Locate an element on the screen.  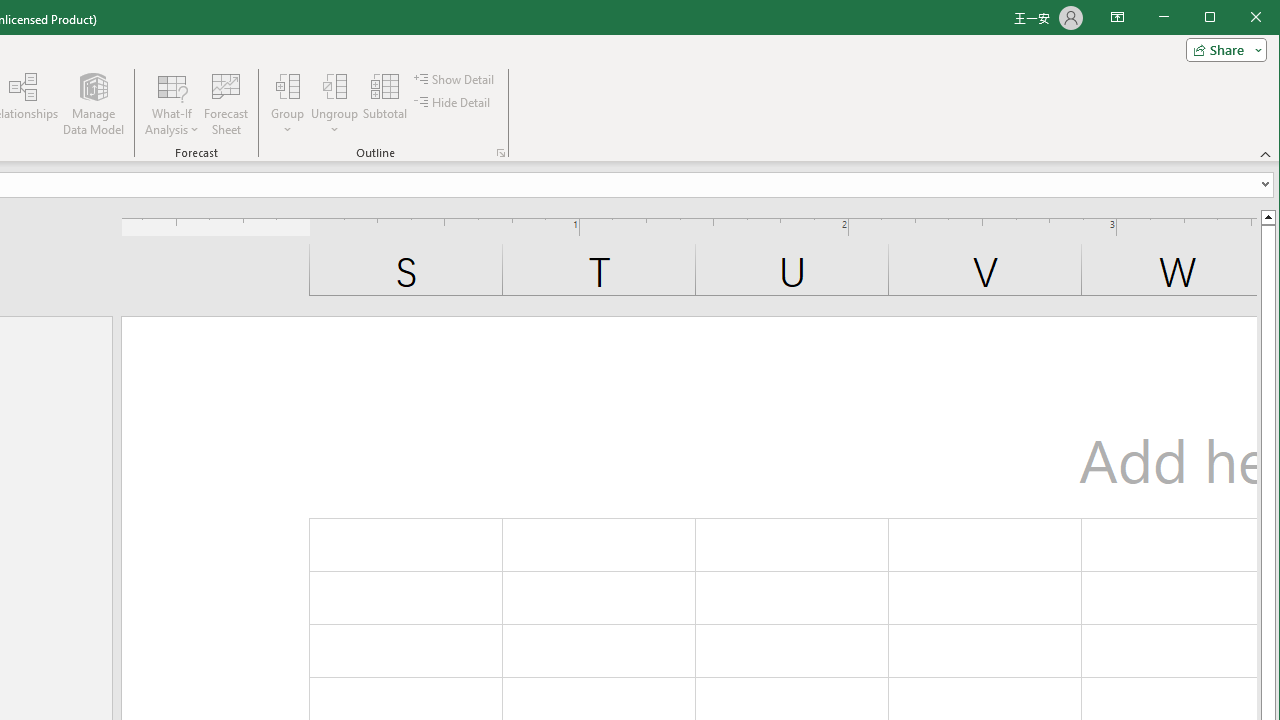
'Ribbon Display Options' is located at coordinates (1116, 18).